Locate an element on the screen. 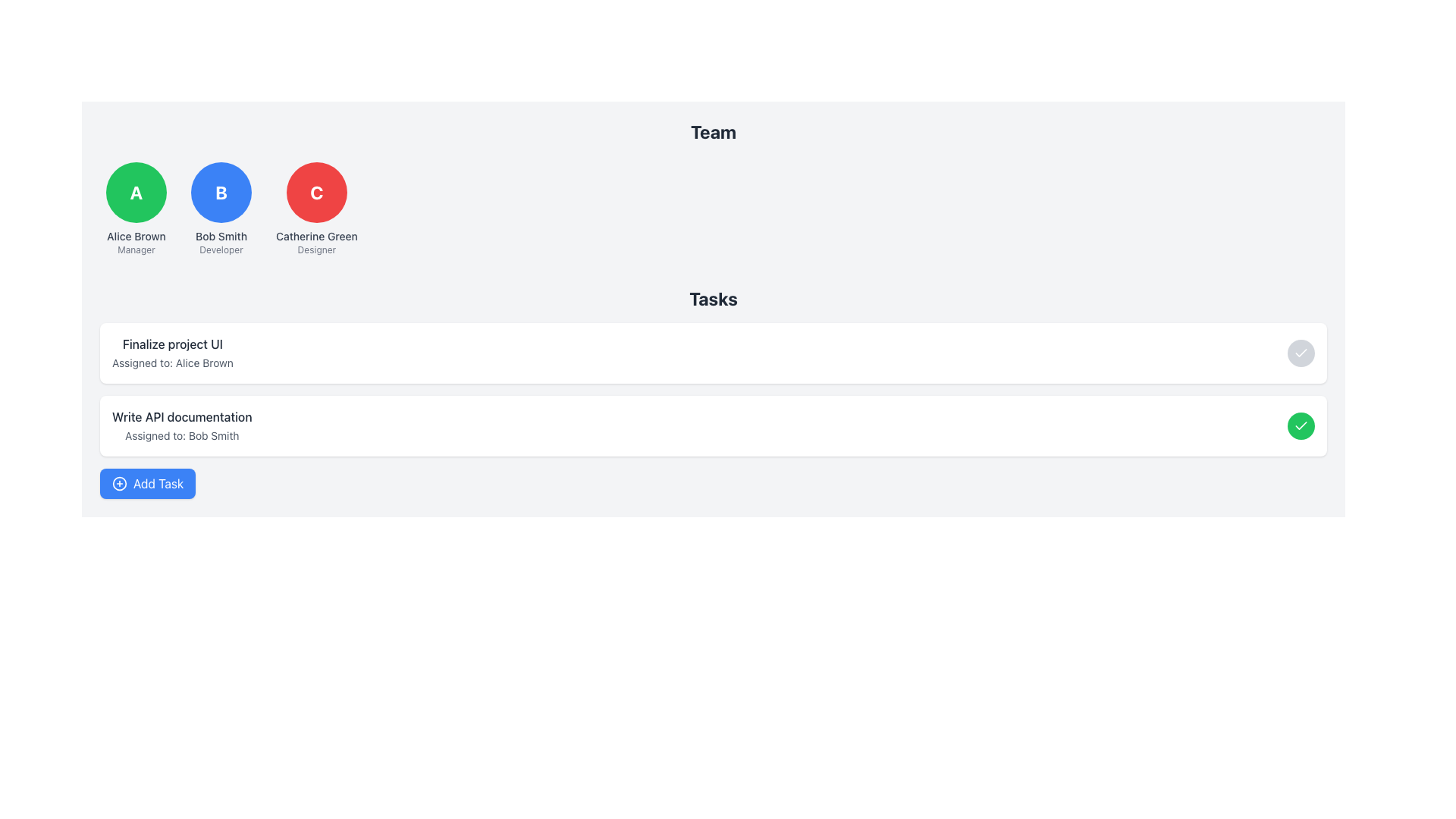 This screenshot has height=819, width=1456. the composite text label displaying the task details, which is the second task listed below 'Finalize project UI' and above the 'Add Task' button in the 'Tasks' section is located at coordinates (182, 426).